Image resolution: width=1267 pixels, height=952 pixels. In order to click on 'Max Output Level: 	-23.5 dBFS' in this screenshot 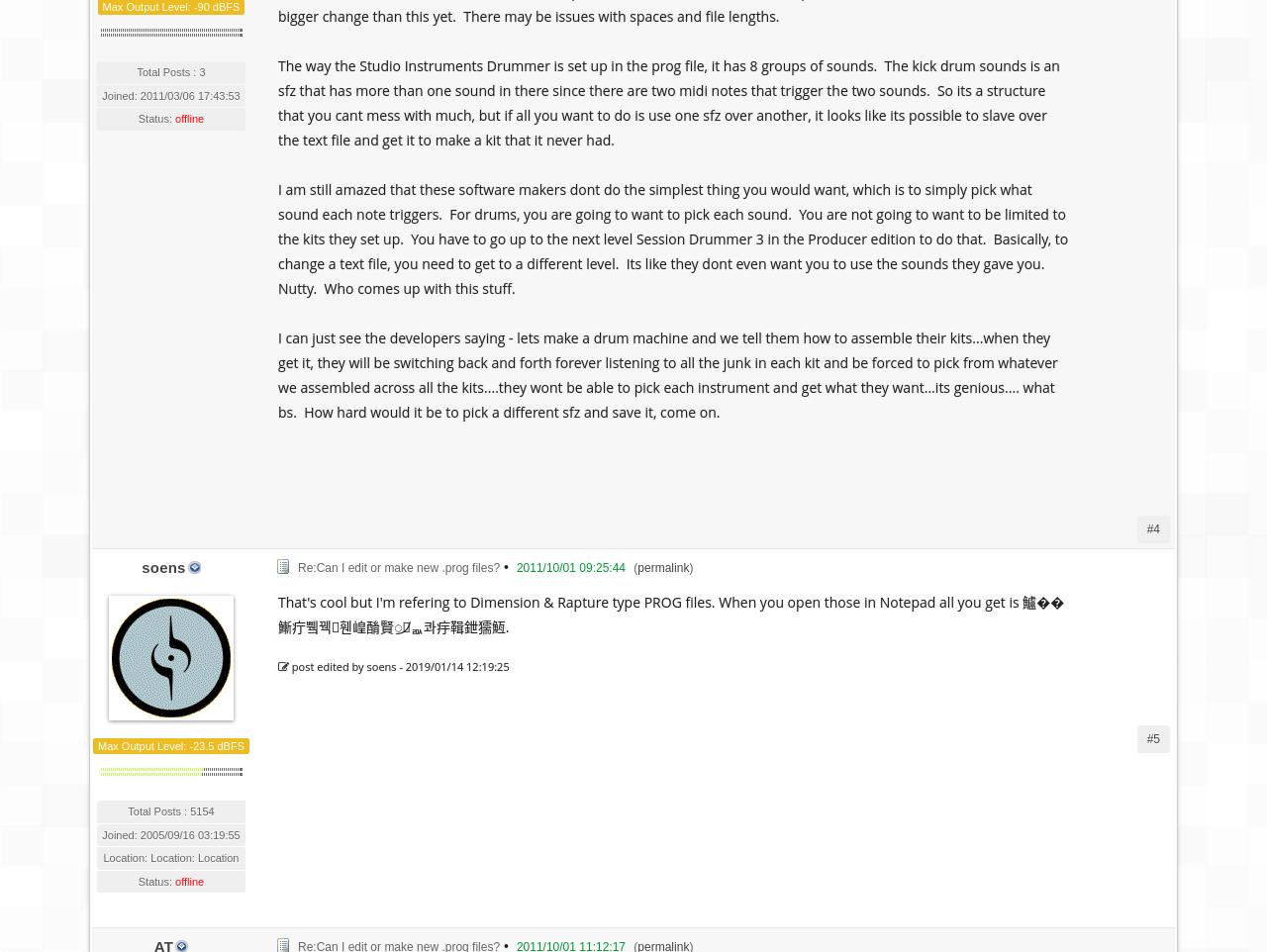, I will do `click(170, 746)`.